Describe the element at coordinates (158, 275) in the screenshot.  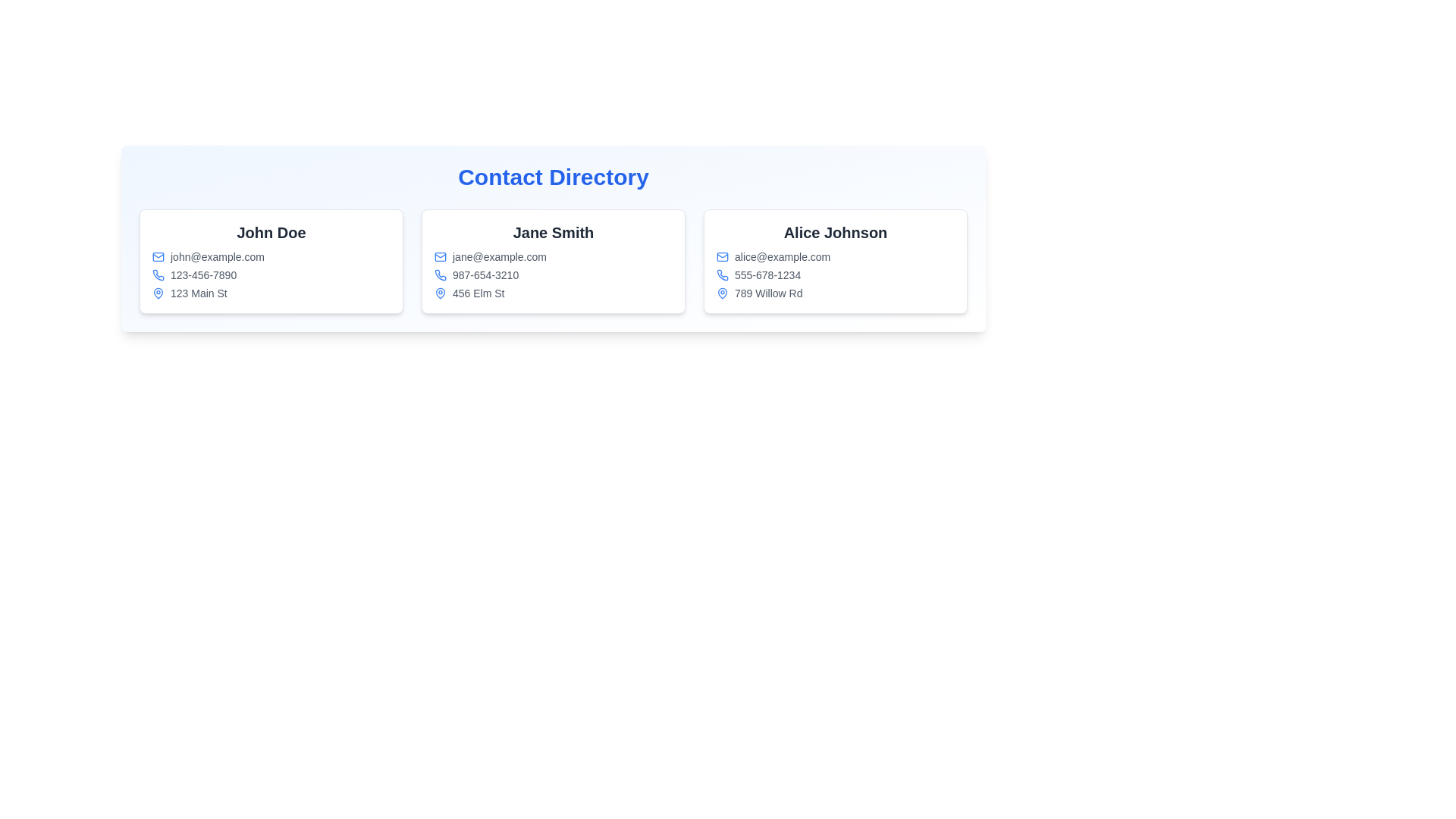
I see `the phone icon located` at that location.